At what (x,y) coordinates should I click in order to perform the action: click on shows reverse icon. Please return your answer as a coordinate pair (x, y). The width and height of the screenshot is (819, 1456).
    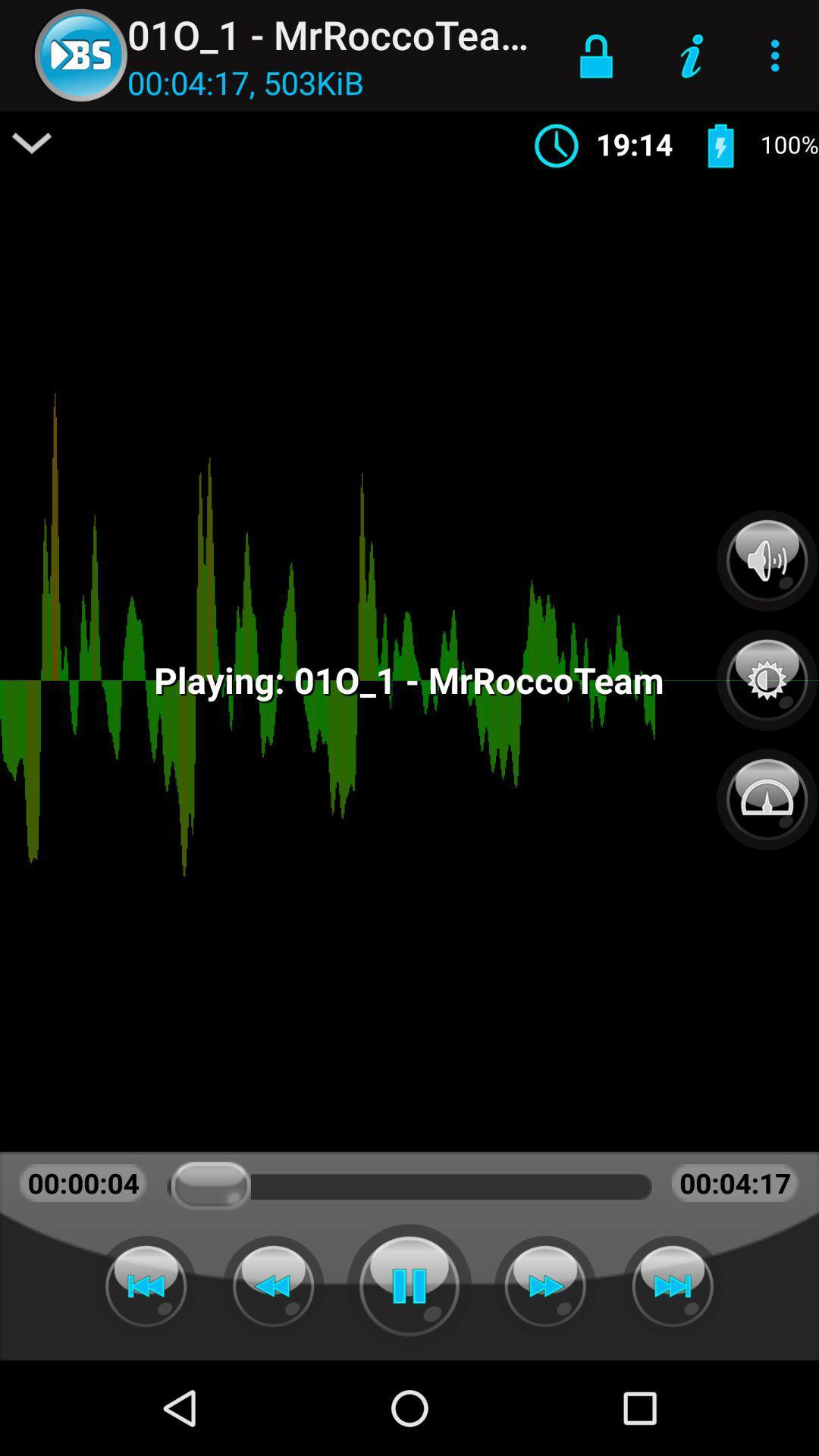
    Looking at the image, I should click on (146, 1285).